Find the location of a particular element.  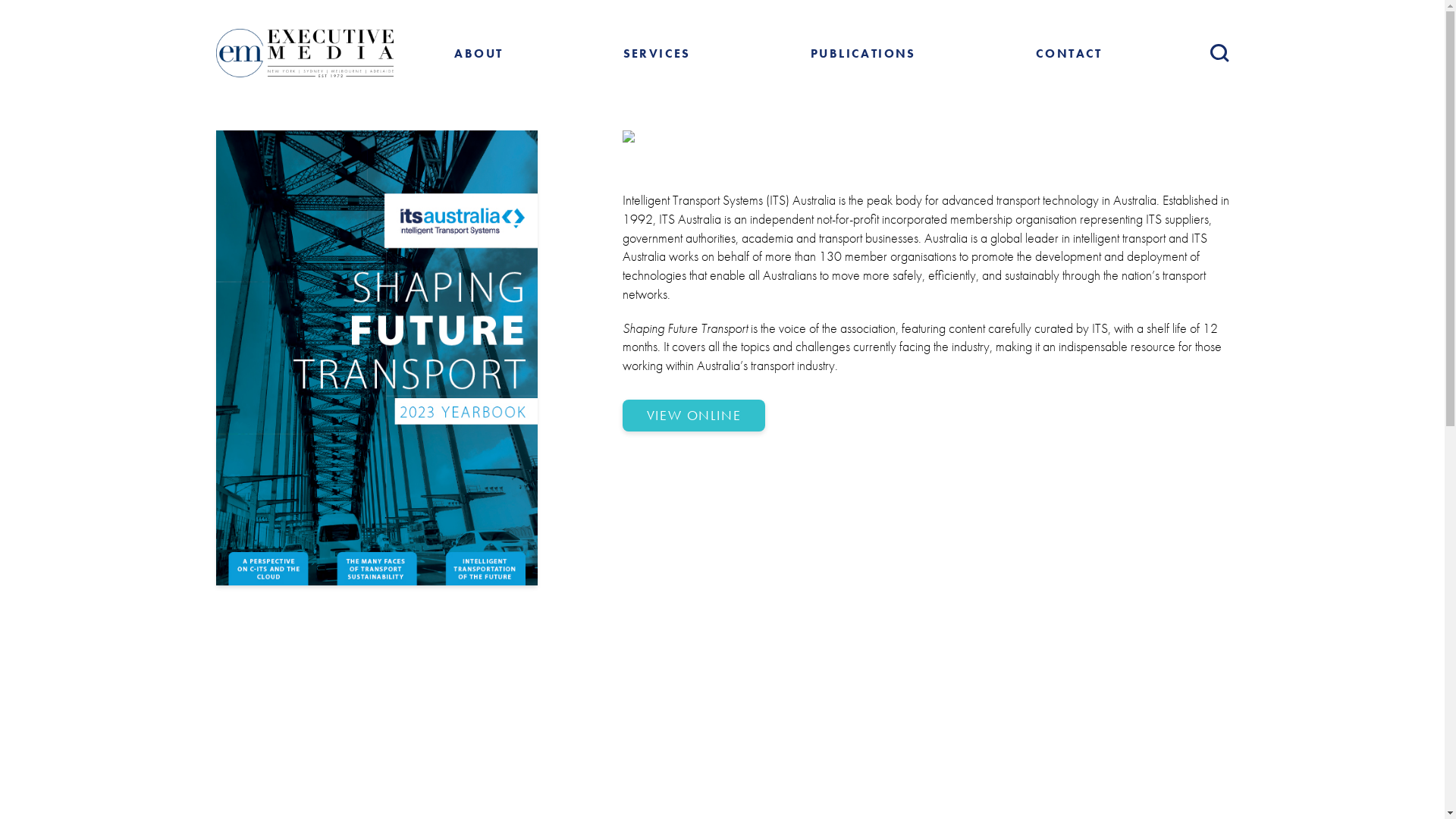

'SERVICES' is located at coordinates (623, 52).